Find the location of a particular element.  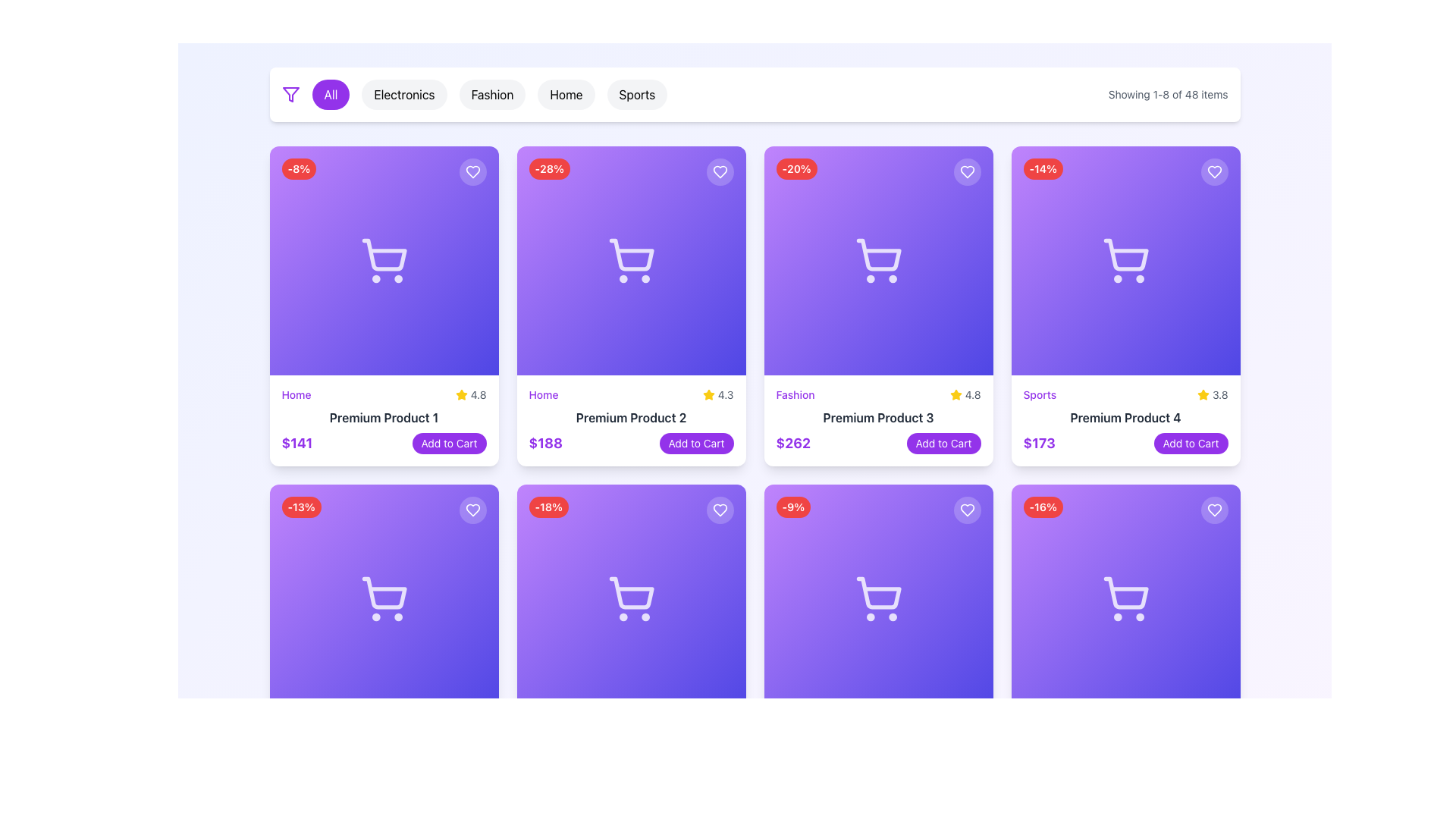

the shopping cart icon located in the center of the gradient background square of the 'Premium Product 3' card is located at coordinates (878, 259).